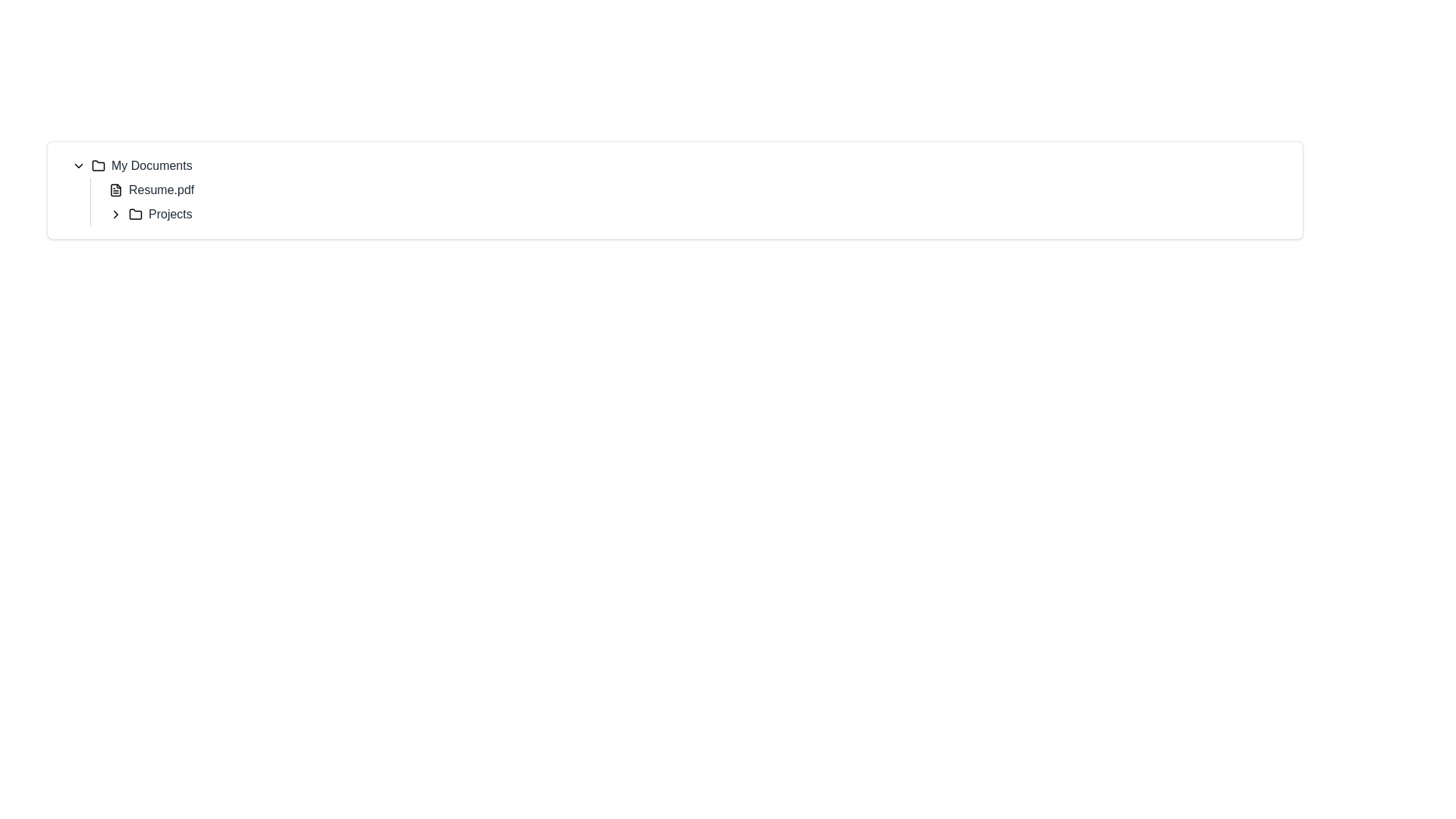 This screenshot has width=1456, height=819. What do you see at coordinates (97, 165) in the screenshot?
I see `the folder icon representing 'My Documents'` at bounding box center [97, 165].